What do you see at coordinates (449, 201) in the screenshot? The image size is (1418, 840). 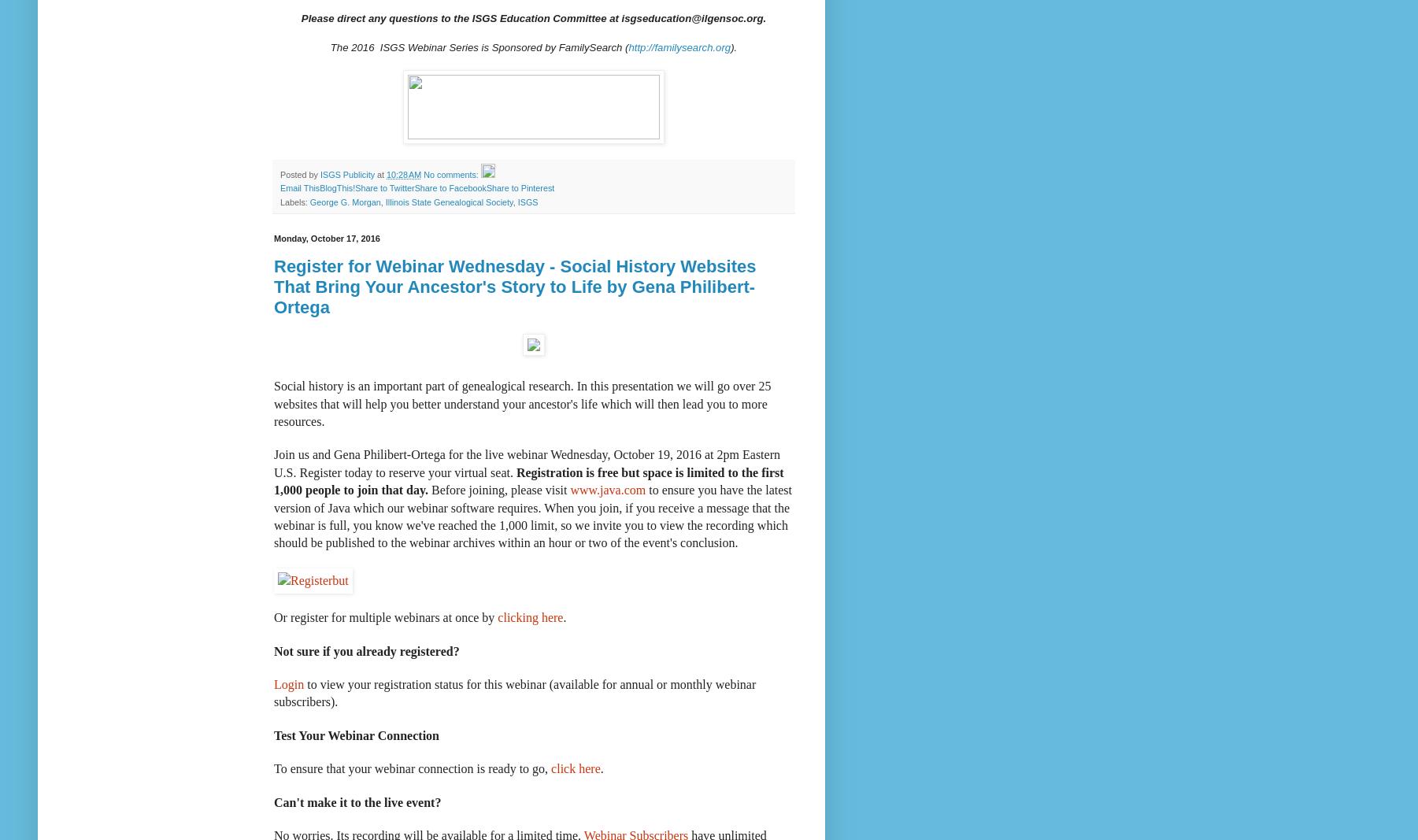 I see `'Illinois State Genealogical Society'` at bounding box center [449, 201].